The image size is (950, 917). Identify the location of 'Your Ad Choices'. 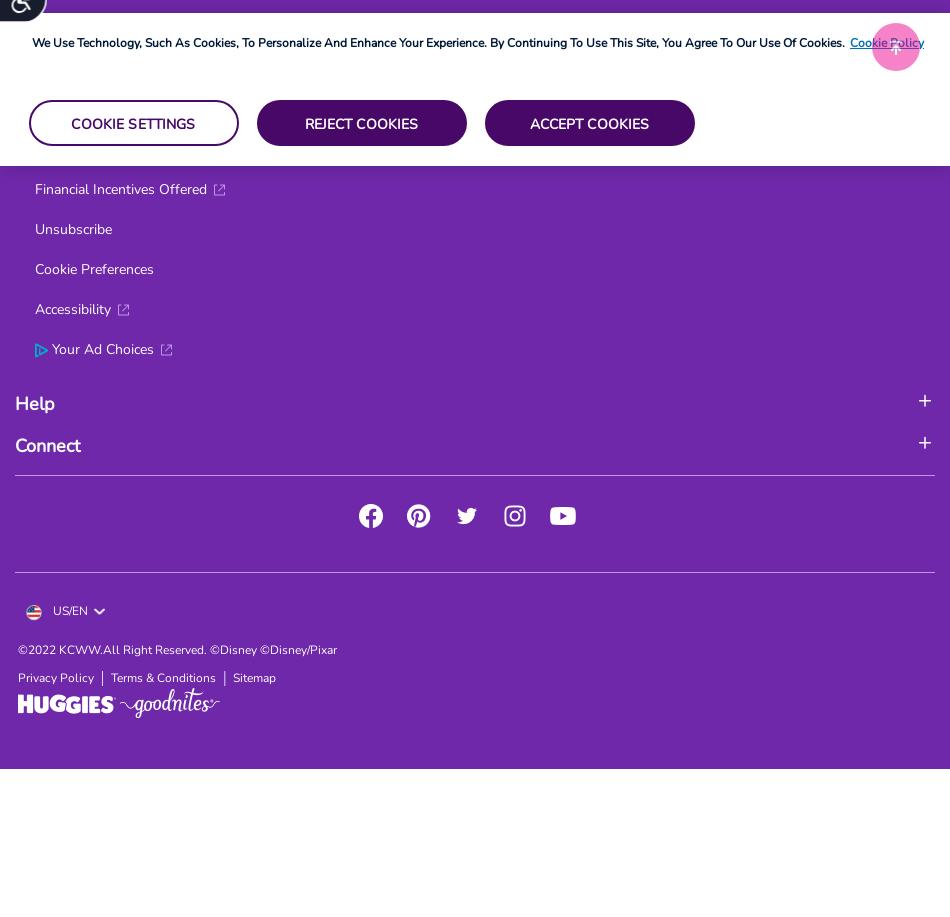
(100, 348).